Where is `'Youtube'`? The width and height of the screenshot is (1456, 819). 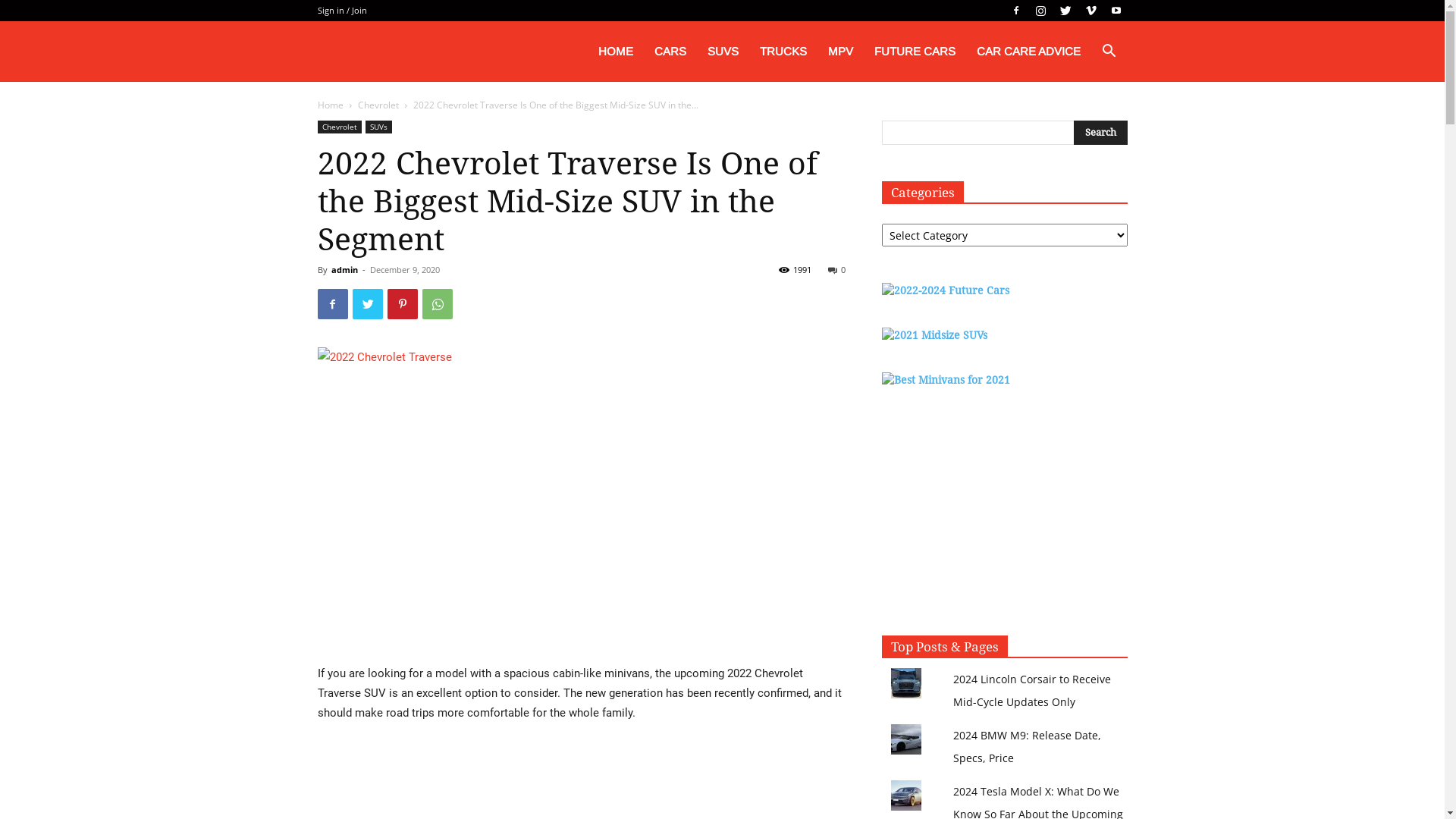
'Youtube' is located at coordinates (1103, 11).